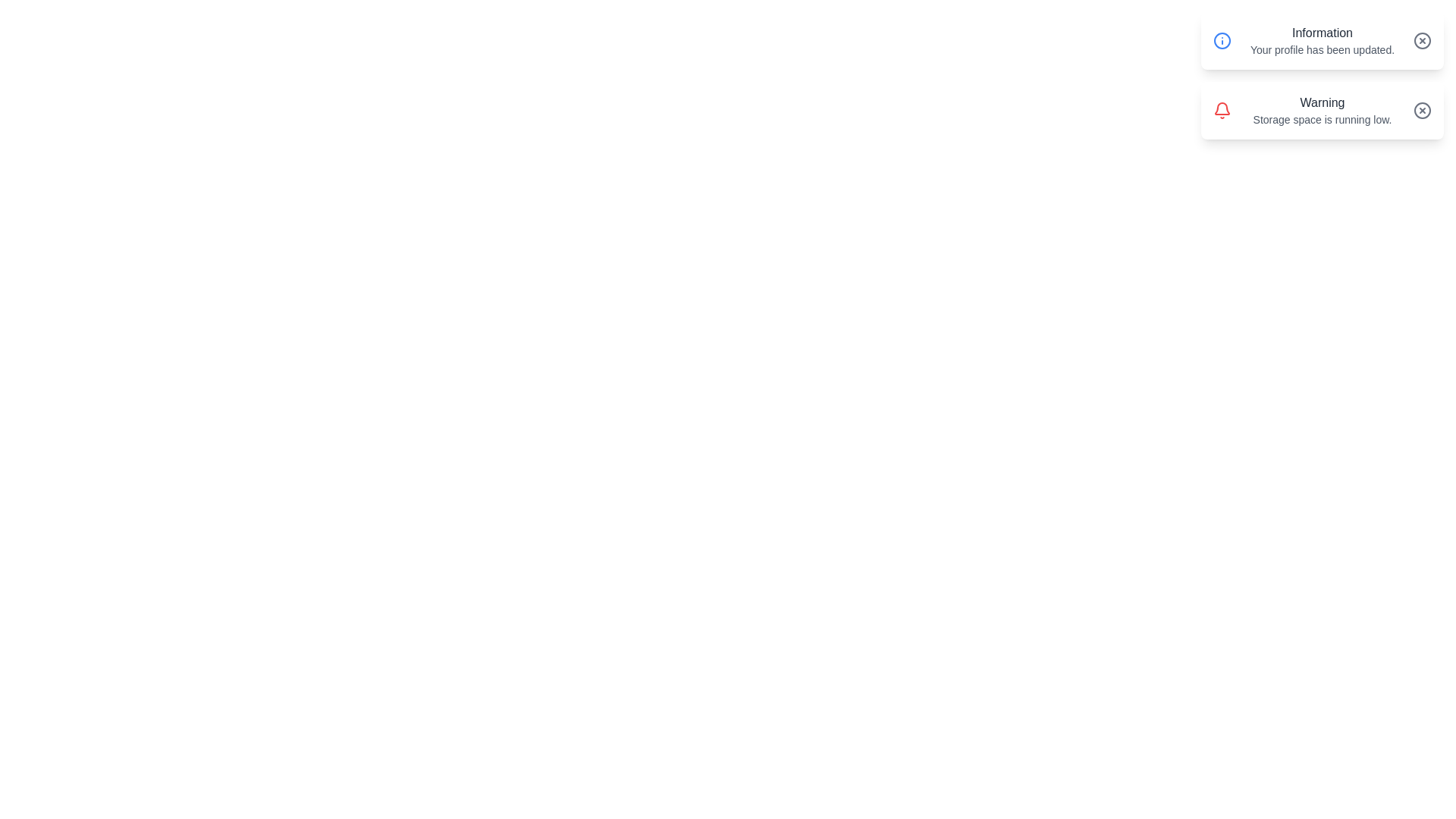  What do you see at coordinates (1222, 108) in the screenshot?
I see `the notification bell icon located in the header section of the notification block, to the left of the warning title 'Warning: Storage space is running low.'` at bounding box center [1222, 108].